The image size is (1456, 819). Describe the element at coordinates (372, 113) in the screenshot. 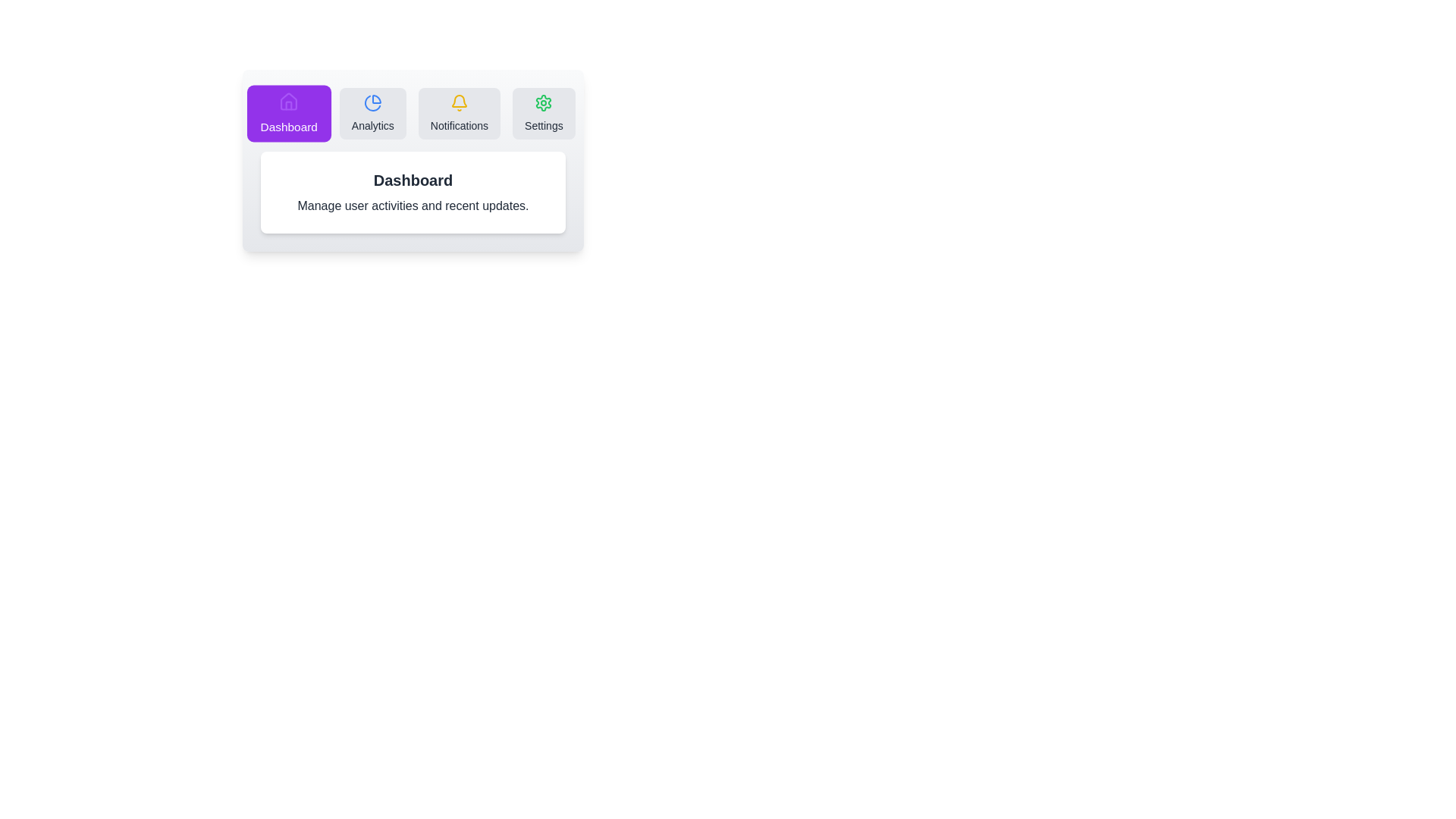

I see `the Analytics tab` at that location.